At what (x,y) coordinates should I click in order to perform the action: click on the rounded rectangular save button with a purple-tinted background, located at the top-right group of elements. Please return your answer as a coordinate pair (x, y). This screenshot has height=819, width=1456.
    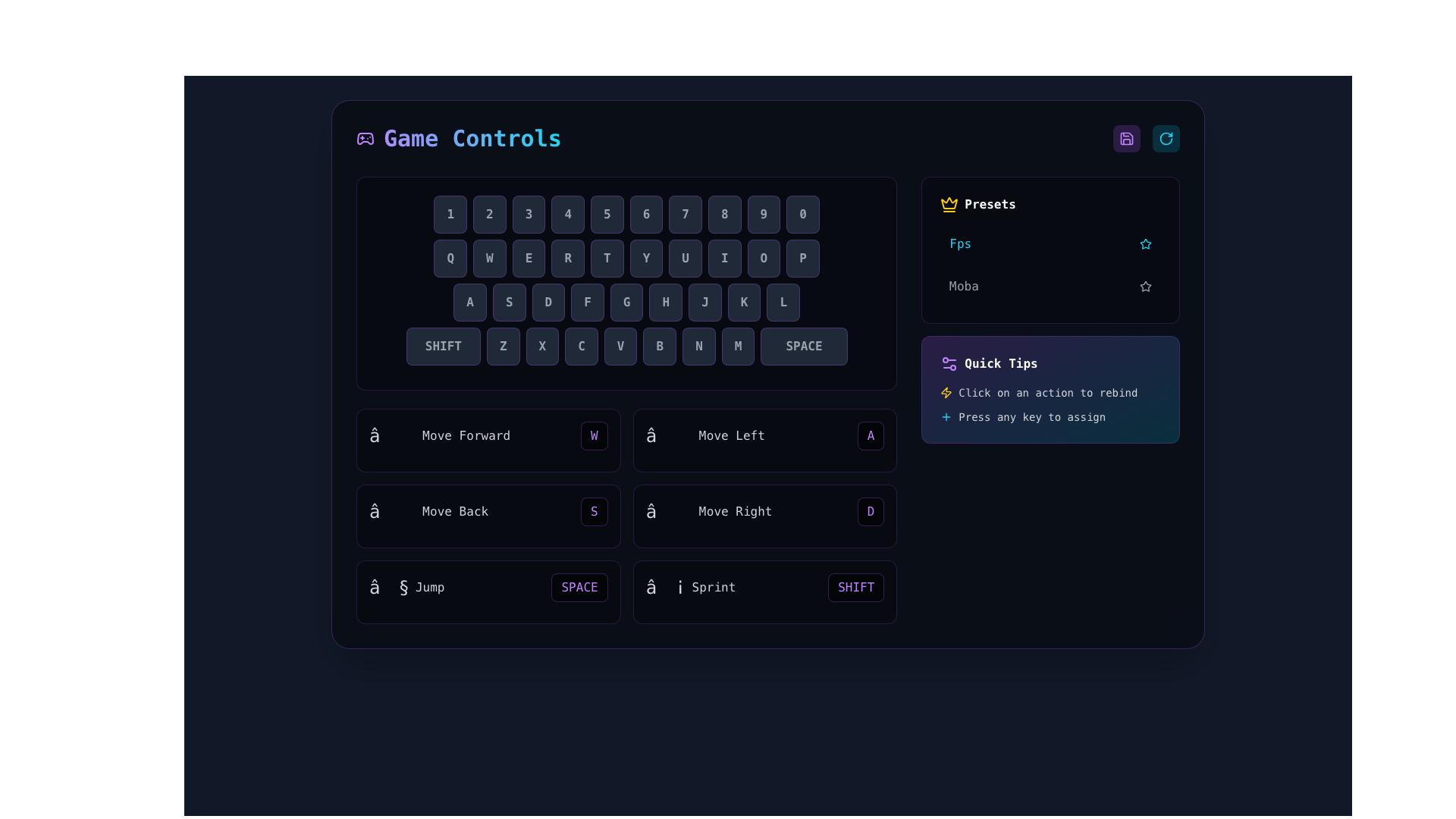
    Looking at the image, I should click on (1127, 138).